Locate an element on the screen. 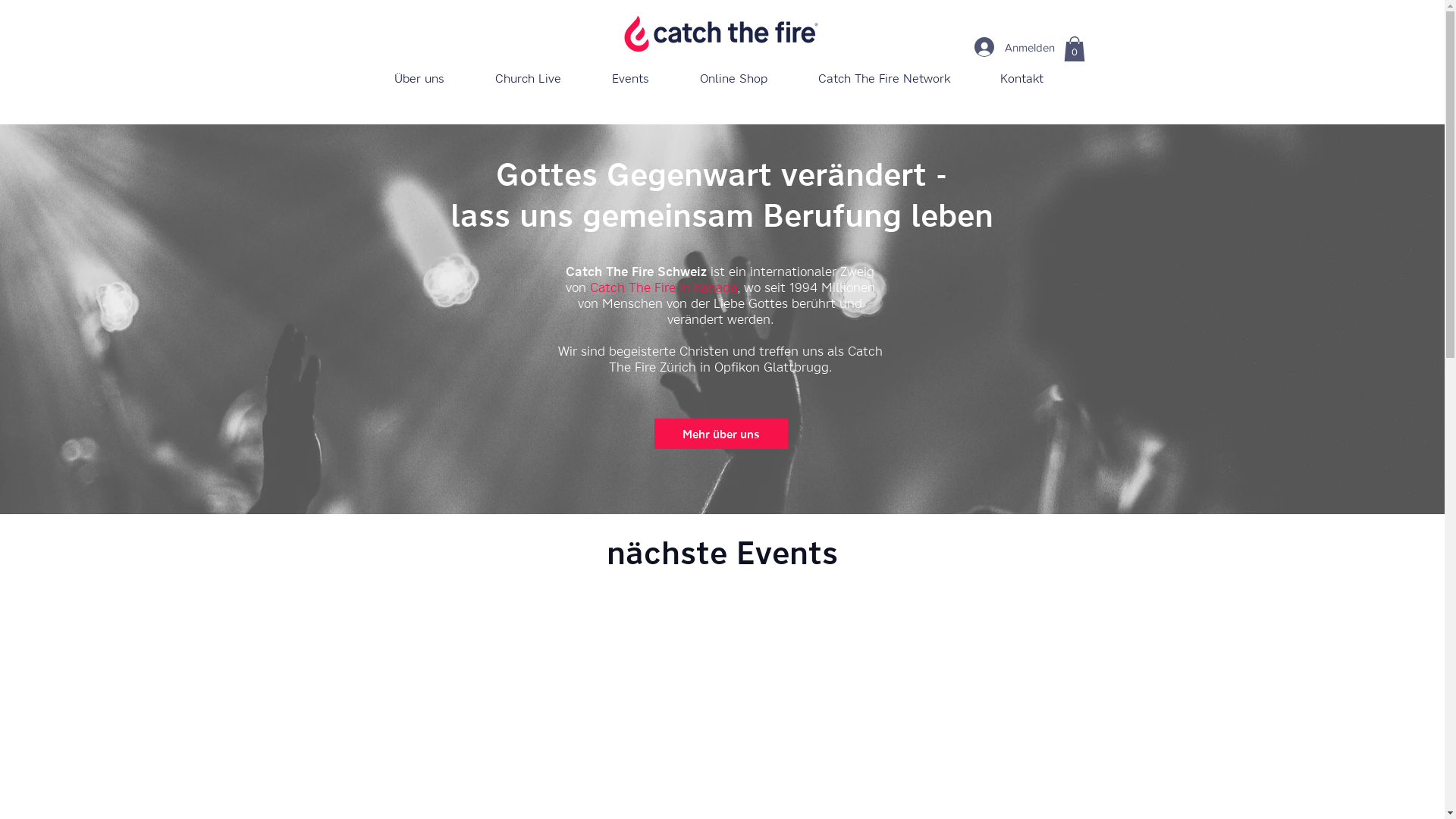  'Catch The Fire in Kanada' is located at coordinates (588, 287).